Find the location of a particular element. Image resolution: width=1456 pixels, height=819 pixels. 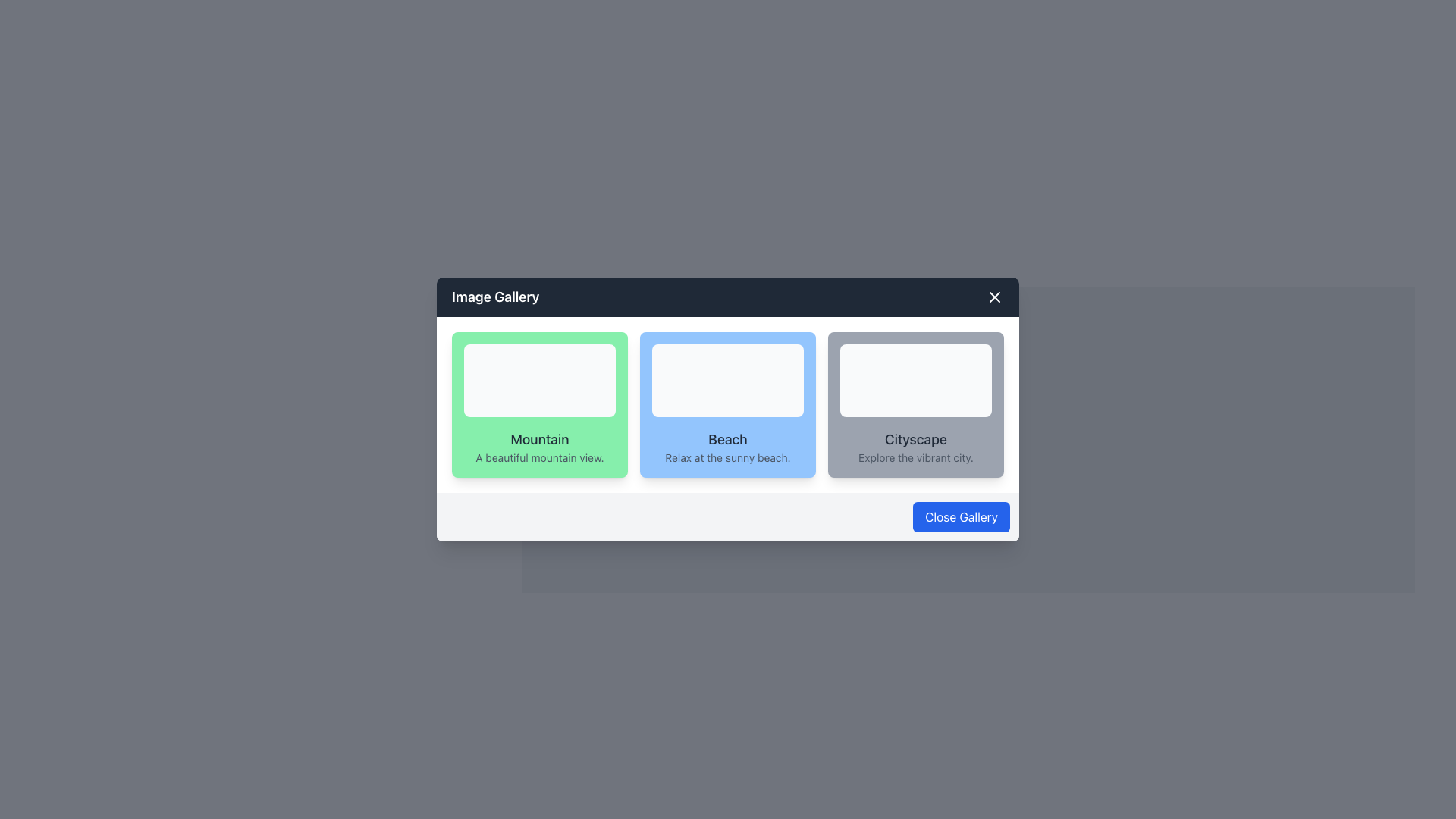

the placeholder element located at the top of the 'Cityscape' card, which serves as a background for an image or content area, aligned with the 'Mountain' and 'Beach' cards is located at coordinates (915, 379).